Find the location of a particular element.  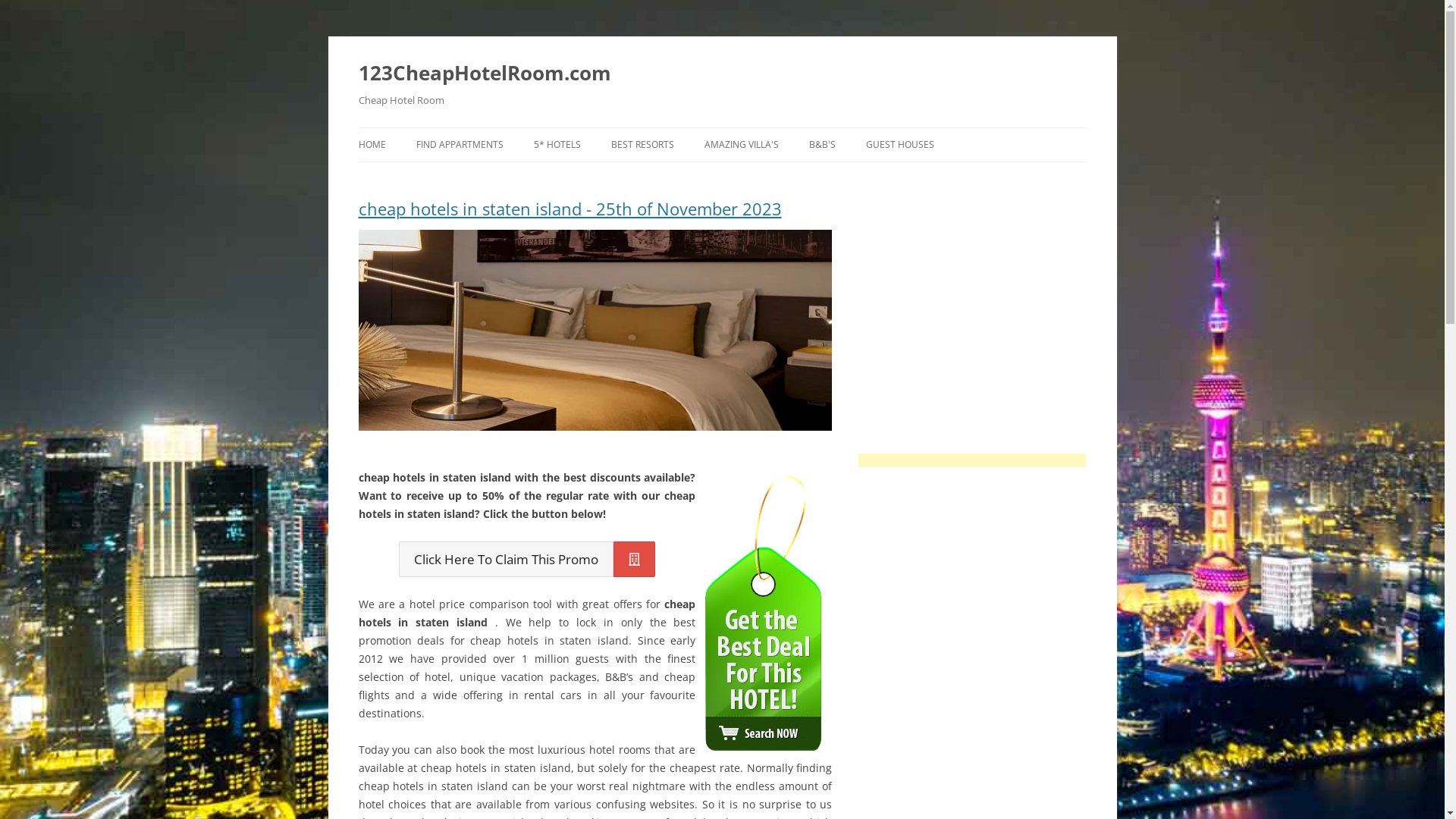

'Click Here To Claim This Promo' is located at coordinates (527, 559).